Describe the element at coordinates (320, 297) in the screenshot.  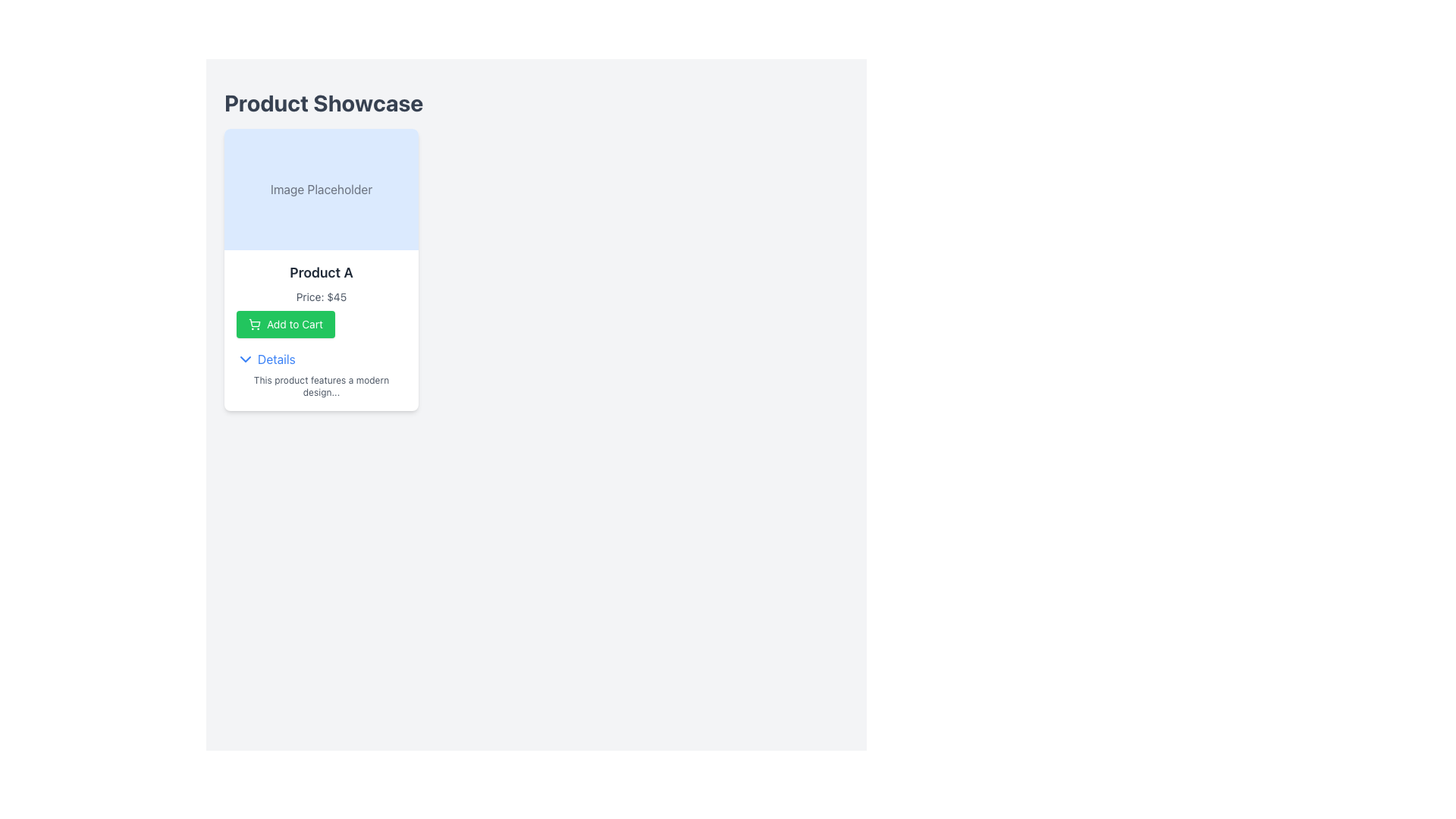
I see `the pricing information text label displayed below 'Product A' and above the 'Add to Cart' button` at that location.